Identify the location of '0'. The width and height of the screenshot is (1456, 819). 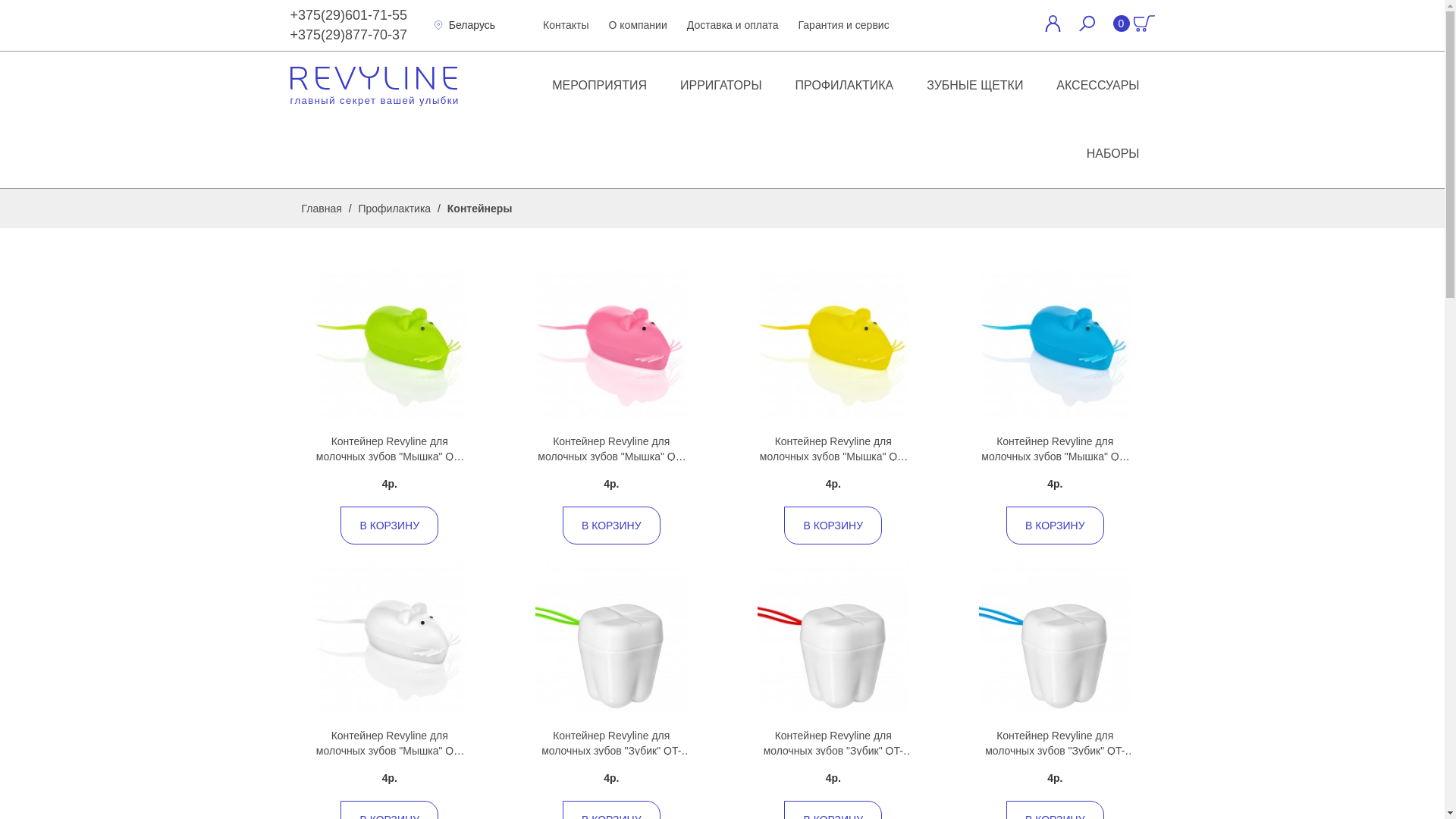
(1134, 25).